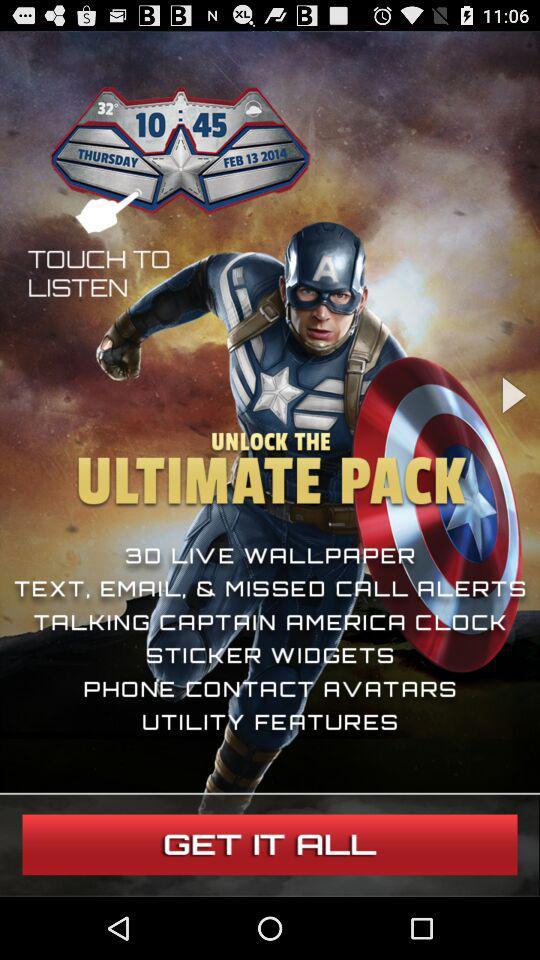  What do you see at coordinates (513, 422) in the screenshot?
I see `the play icon` at bounding box center [513, 422].